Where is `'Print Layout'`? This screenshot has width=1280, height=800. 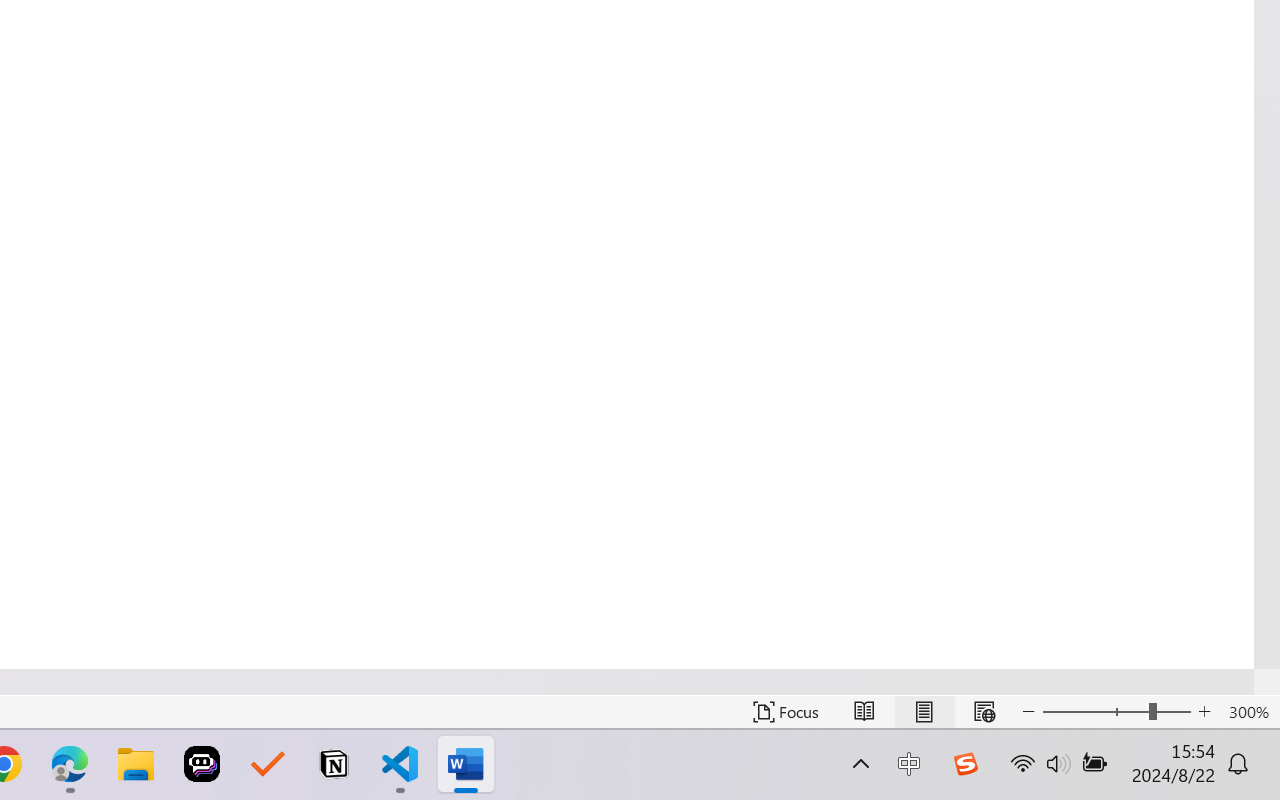
'Print Layout' is located at coordinates (923, 711).